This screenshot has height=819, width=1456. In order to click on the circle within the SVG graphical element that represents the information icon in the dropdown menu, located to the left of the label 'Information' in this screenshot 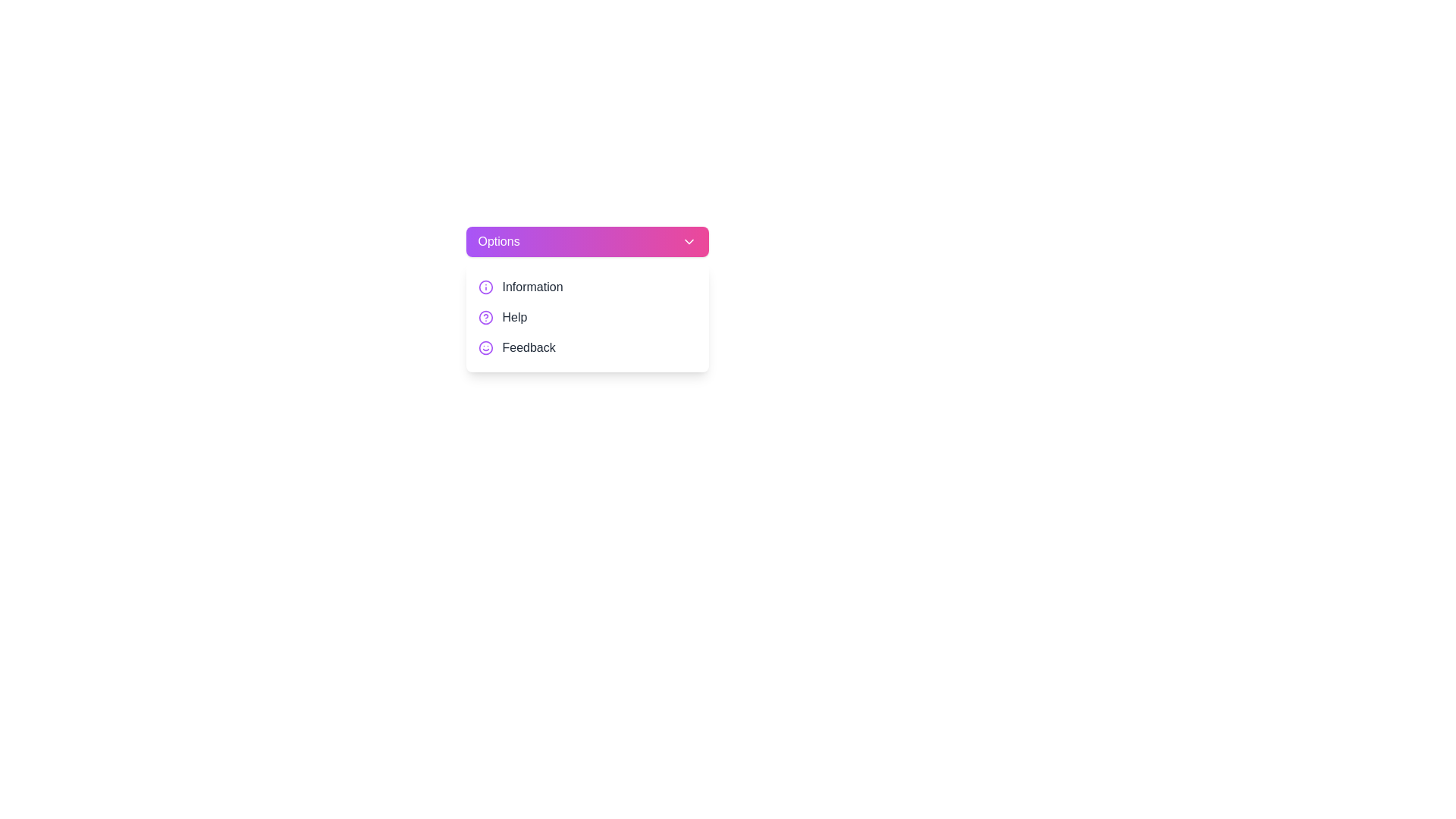, I will do `click(485, 317)`.